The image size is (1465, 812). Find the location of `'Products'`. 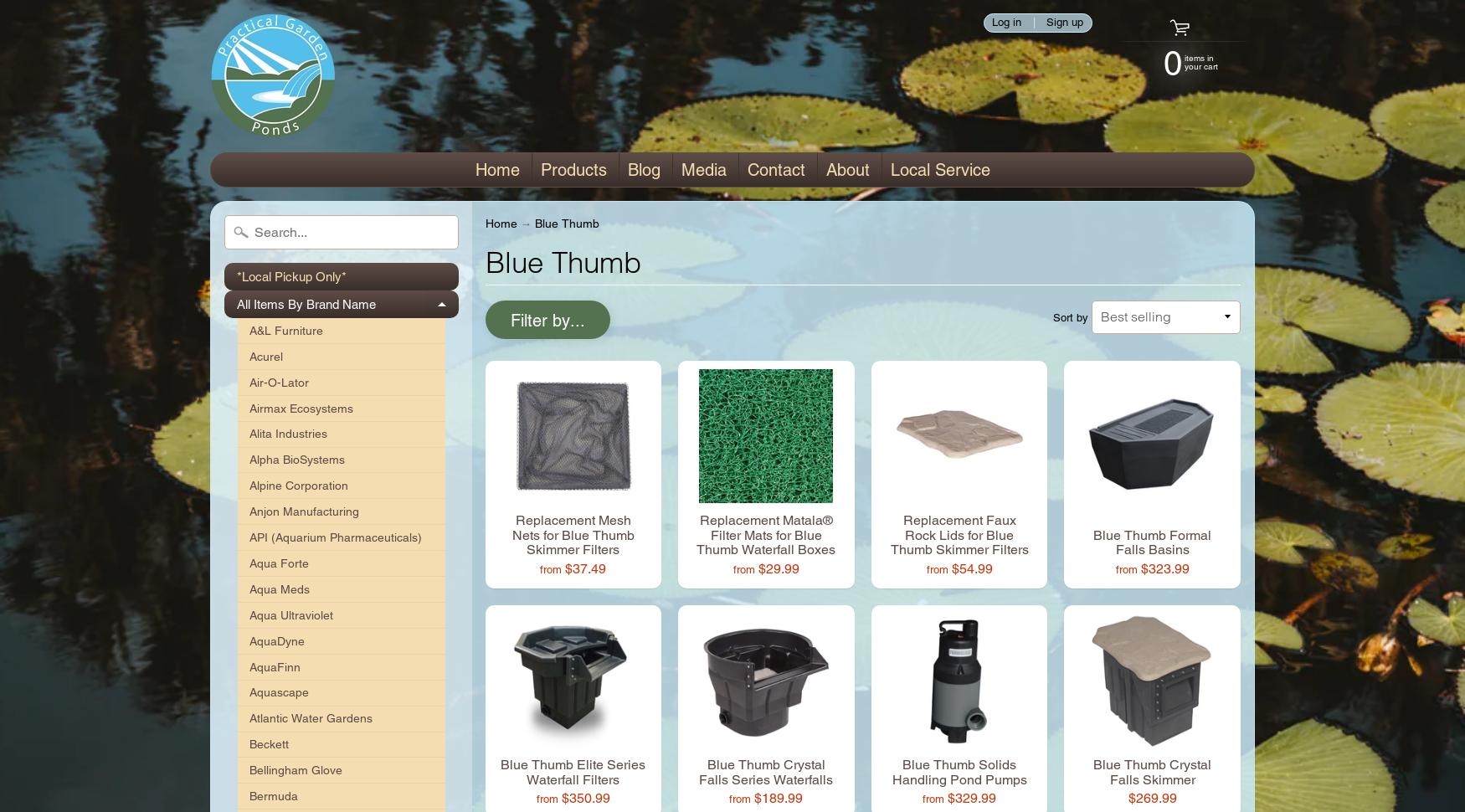

'Products' is located at coordinates (572, 170).